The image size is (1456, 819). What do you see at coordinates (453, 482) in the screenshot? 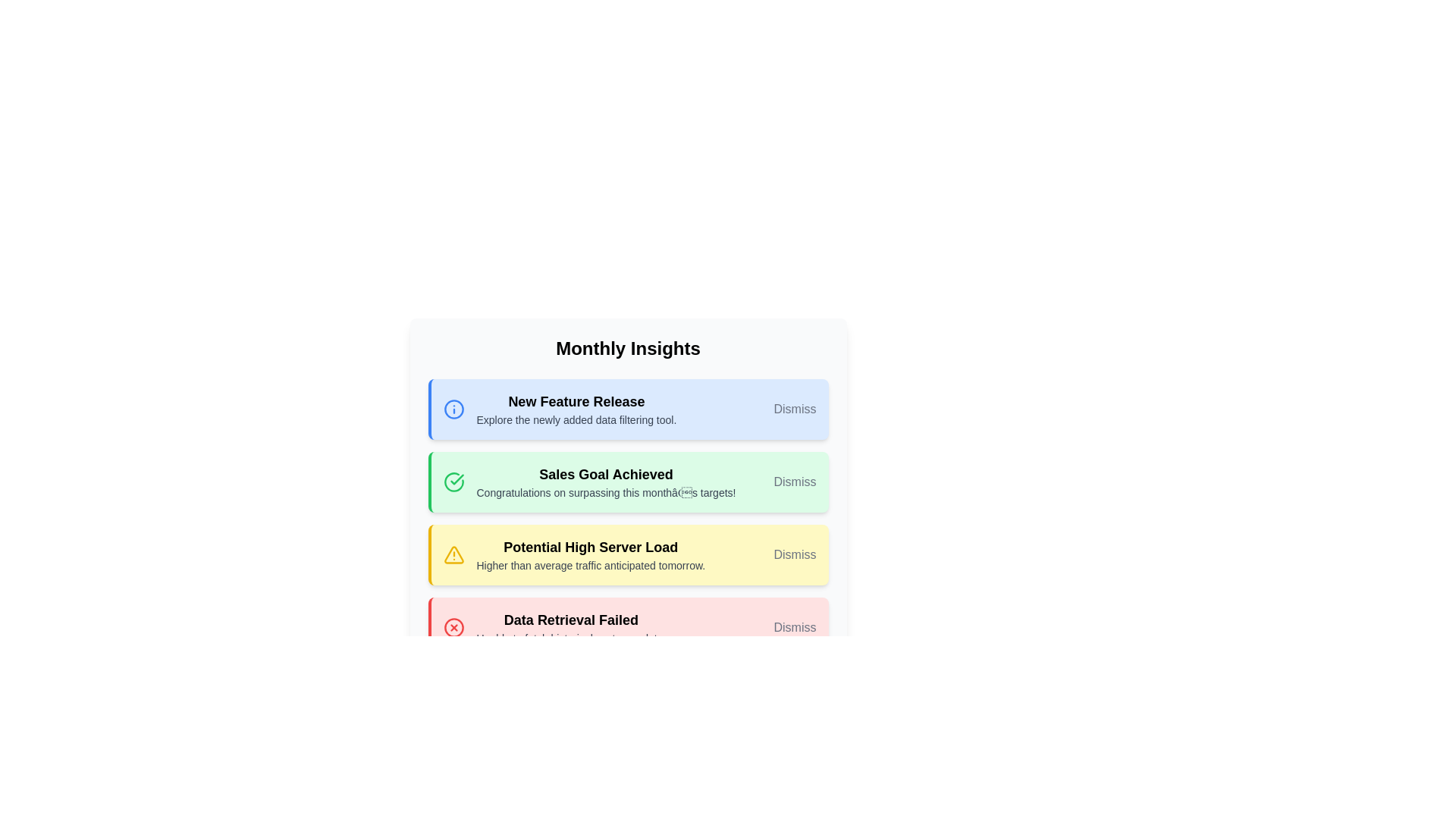
I see `success icon located within the 'Sales Goal Achieved' notification, which is positioned to the left of the 'Sales Goal Achieved' text and 'Dismiss' button` at bounding box center [453, 482].